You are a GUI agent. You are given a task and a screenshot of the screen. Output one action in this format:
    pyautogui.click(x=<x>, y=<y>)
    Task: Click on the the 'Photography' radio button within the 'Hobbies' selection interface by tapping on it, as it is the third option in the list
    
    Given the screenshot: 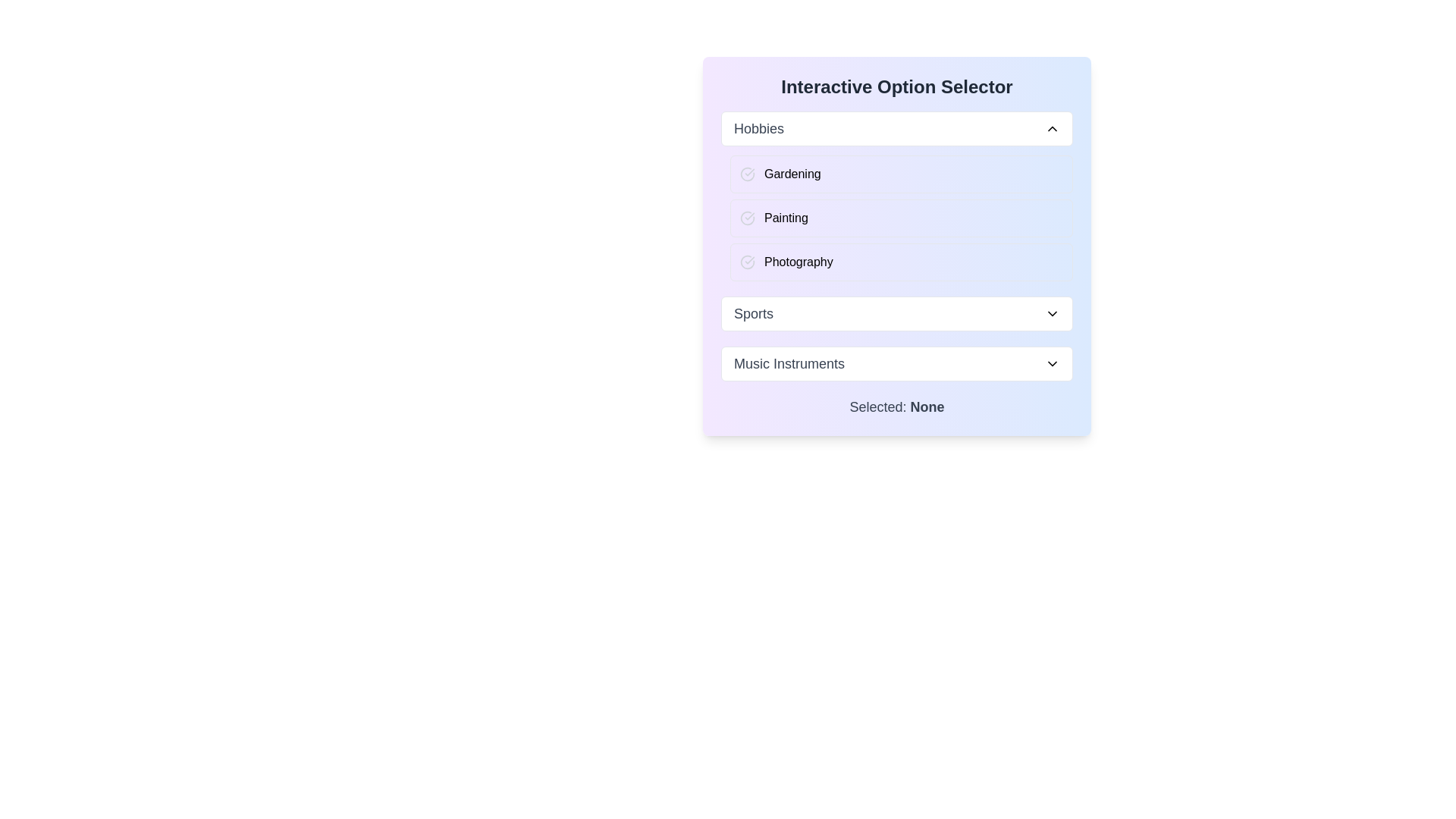 What is the action you would take?
    pyautogui.click(x=896, y=262)
    